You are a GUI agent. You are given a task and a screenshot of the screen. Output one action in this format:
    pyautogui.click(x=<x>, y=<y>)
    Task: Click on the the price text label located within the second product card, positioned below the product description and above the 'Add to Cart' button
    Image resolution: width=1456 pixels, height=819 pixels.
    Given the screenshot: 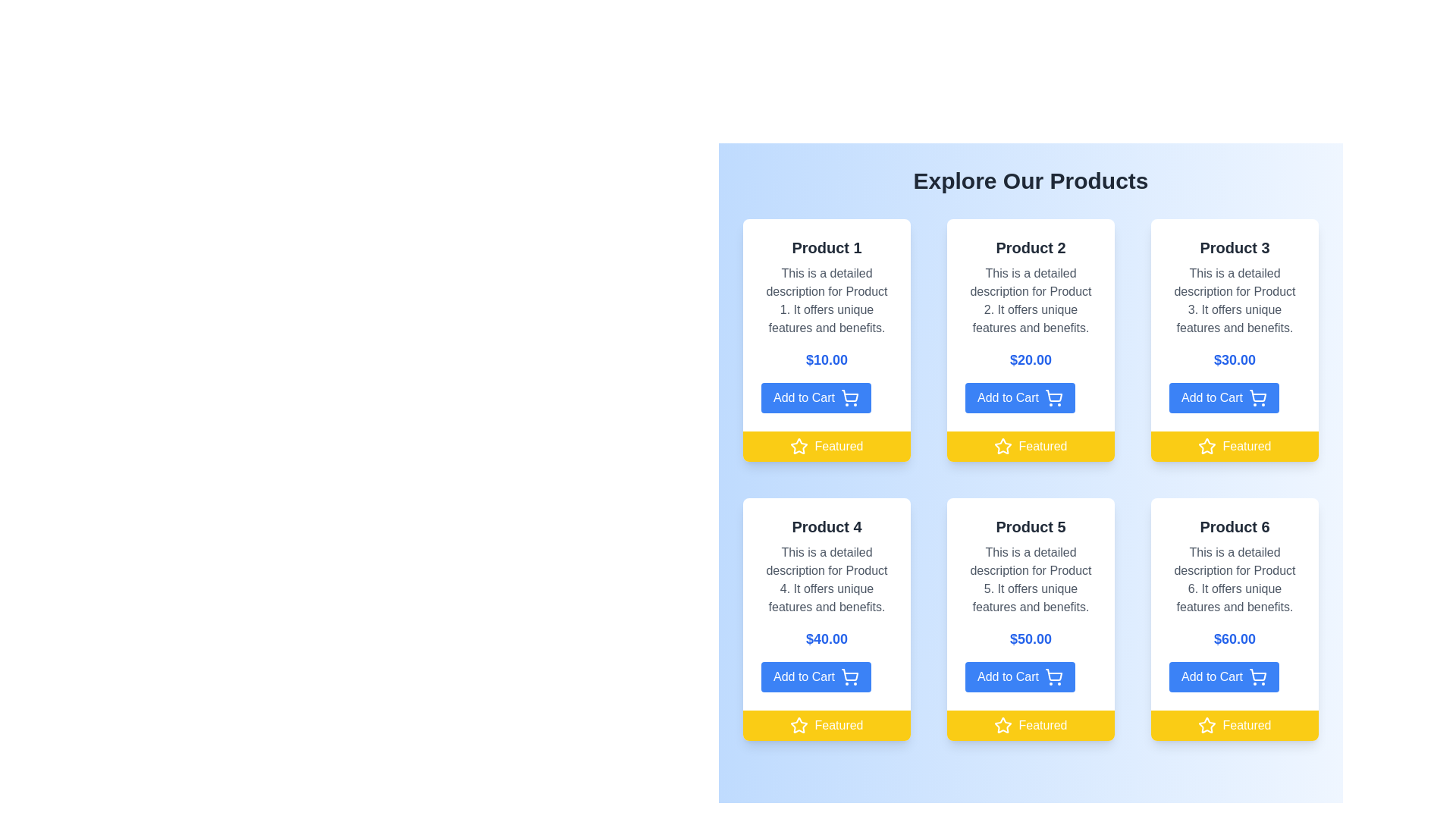 What is the action you would take?
    pyautogui.click(x=1031, y=359)
    